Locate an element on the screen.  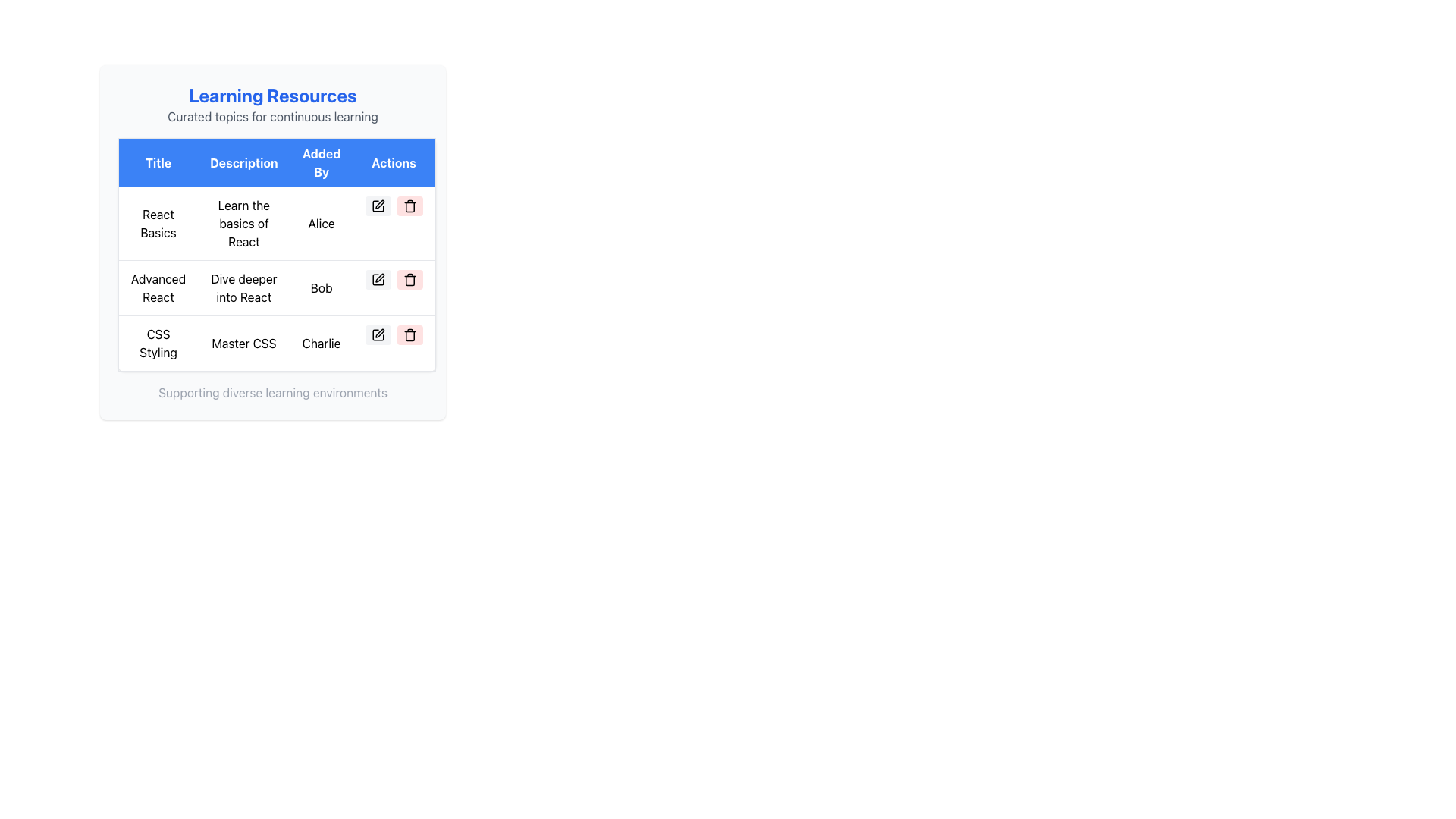
the text element displaying the name 'Bob' located in the 'Added By' column of the row titled 'Advanced React' is located at coordinates (321, 288).